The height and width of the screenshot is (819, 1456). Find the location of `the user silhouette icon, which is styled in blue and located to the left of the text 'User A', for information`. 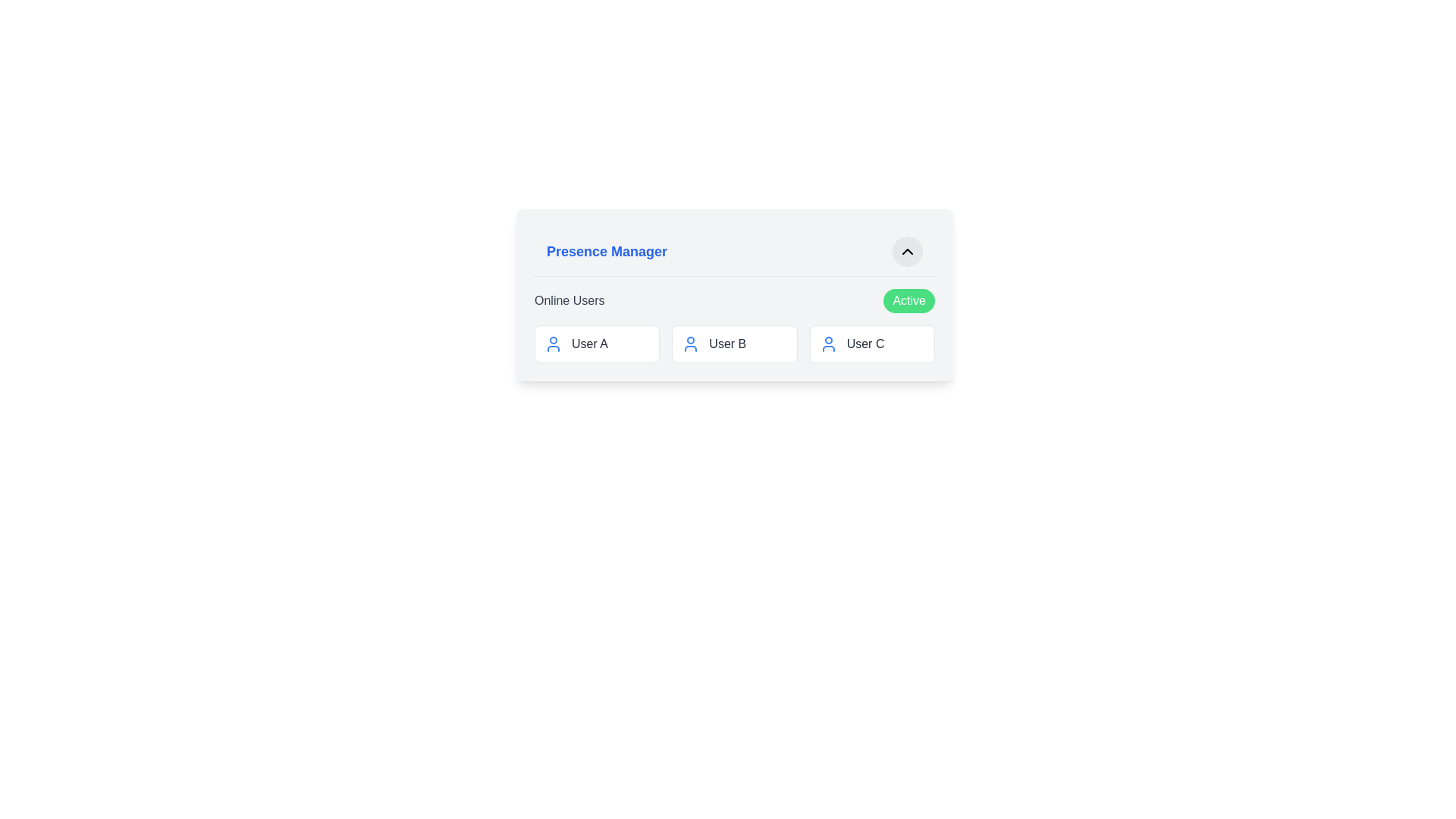

the user silhouette icon, which is styled in blue and located to the left of the text 'User A', for information is located at coordinates (552, 344).